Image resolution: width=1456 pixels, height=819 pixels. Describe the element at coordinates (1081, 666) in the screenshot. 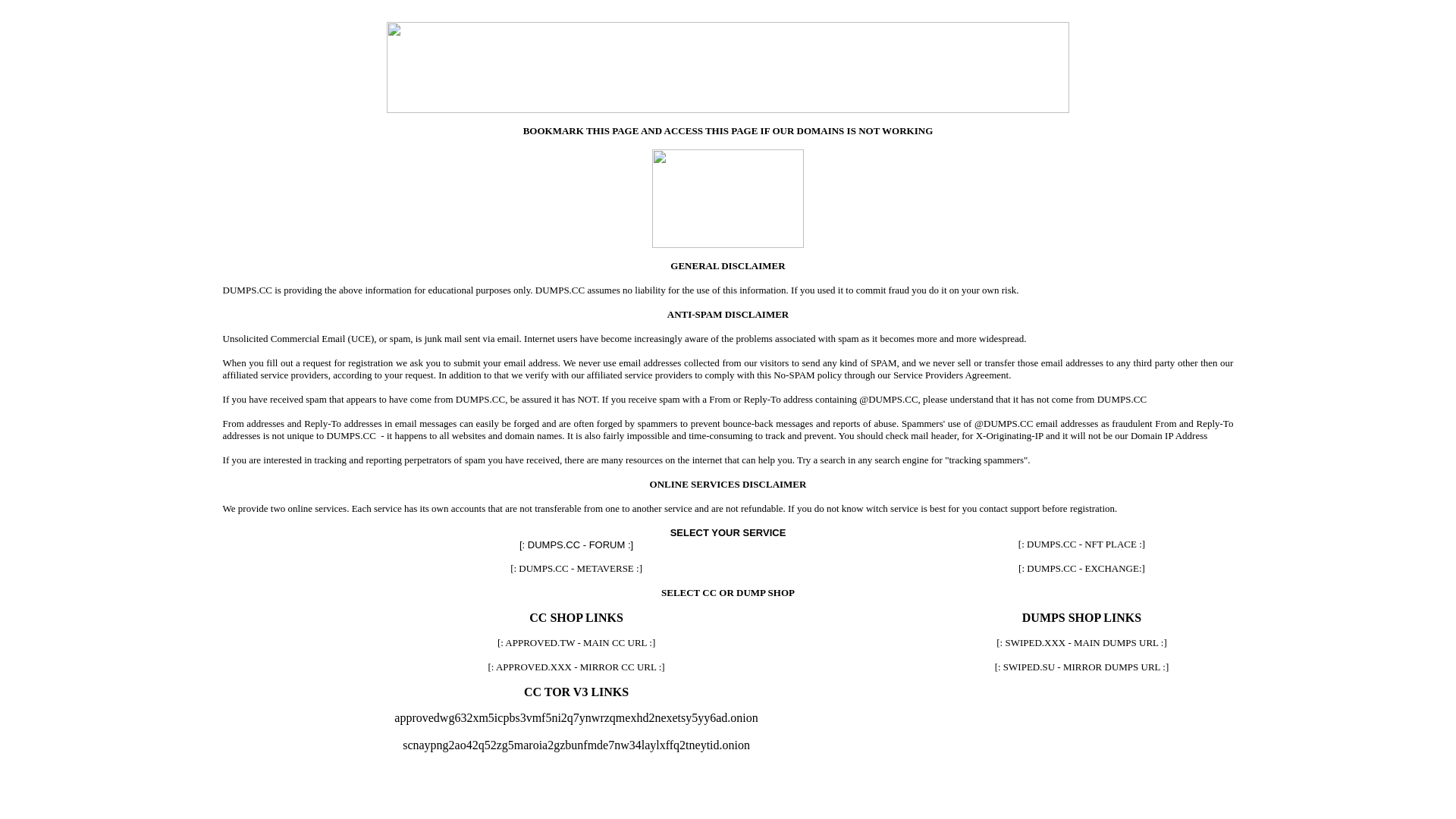

I see `'[: SWIPED.SU - MIRROR DUMPS URL :]'` at that location.